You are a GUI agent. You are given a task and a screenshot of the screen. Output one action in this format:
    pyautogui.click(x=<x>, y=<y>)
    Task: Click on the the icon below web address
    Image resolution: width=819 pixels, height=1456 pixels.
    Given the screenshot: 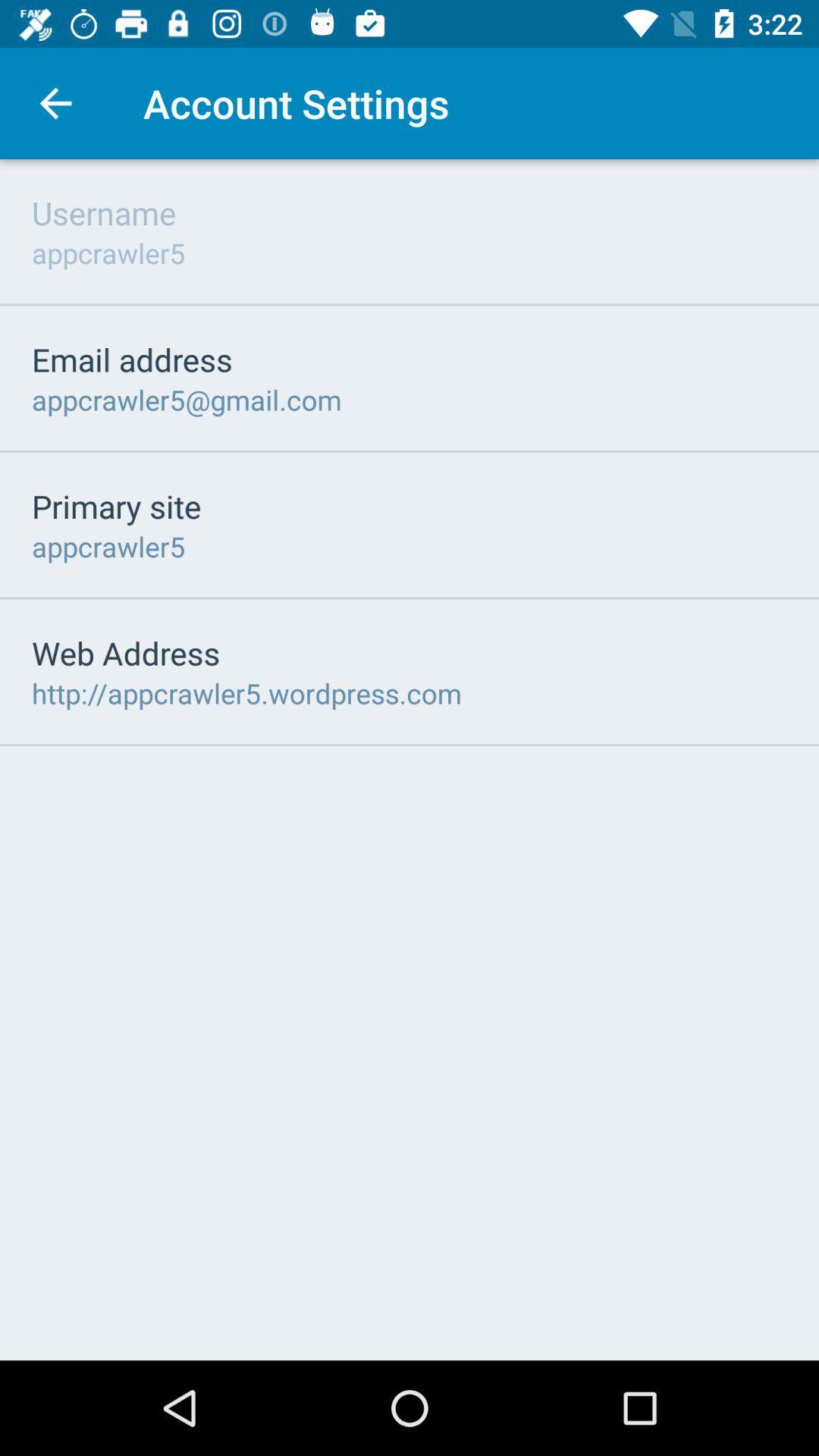 What is the action you would take?
    pyautogui.click(x=246, y=692)
    